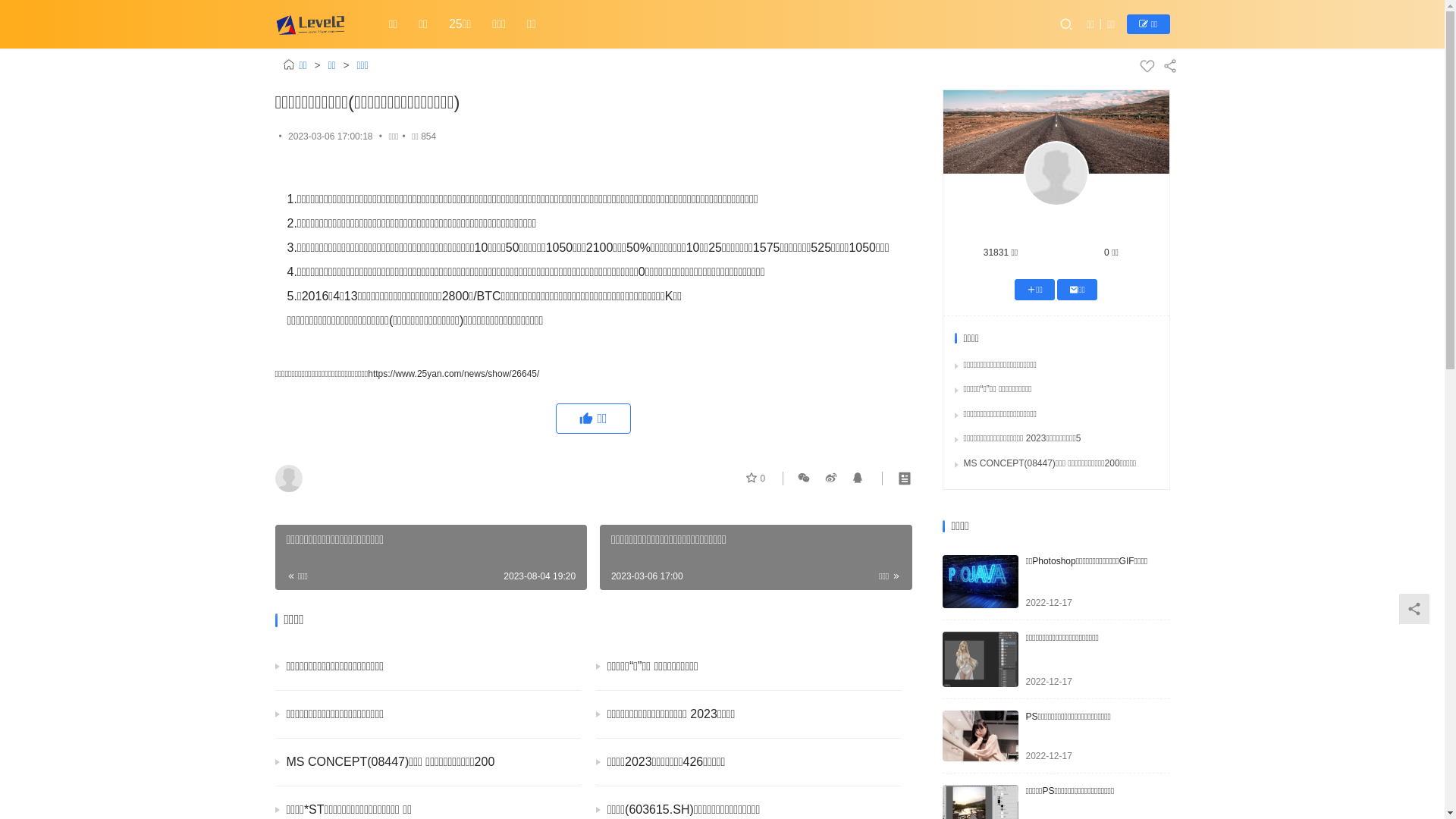 This screenshot has height=819, width=1456. I want to click on '0', so click(755, 479).